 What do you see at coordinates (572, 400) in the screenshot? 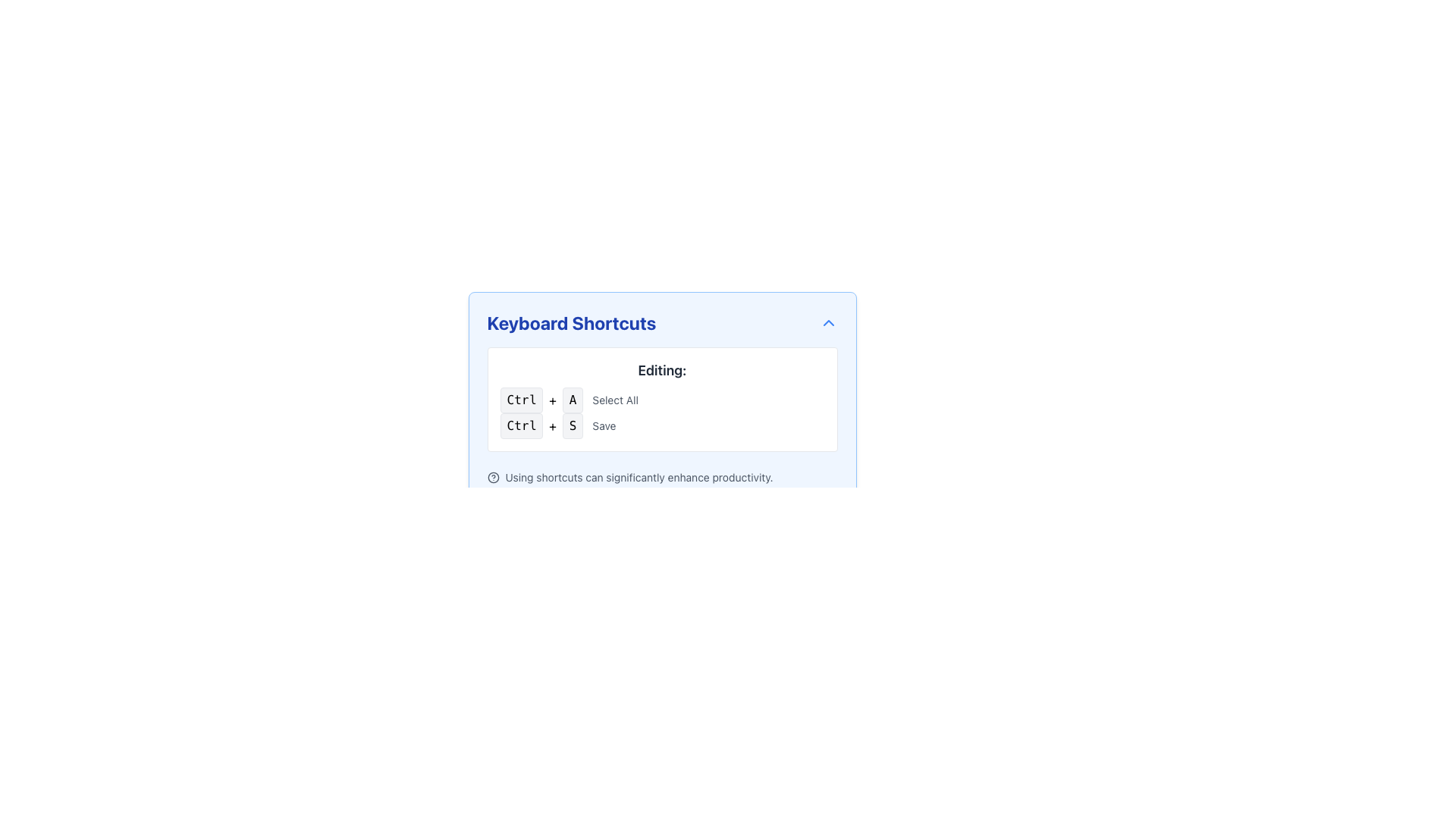
I see `the 'A' key button in the keyboard shortcut representation for 'Ctrl + A' located in the 'Editing' section of the UI` at bounding box center [572, 400].